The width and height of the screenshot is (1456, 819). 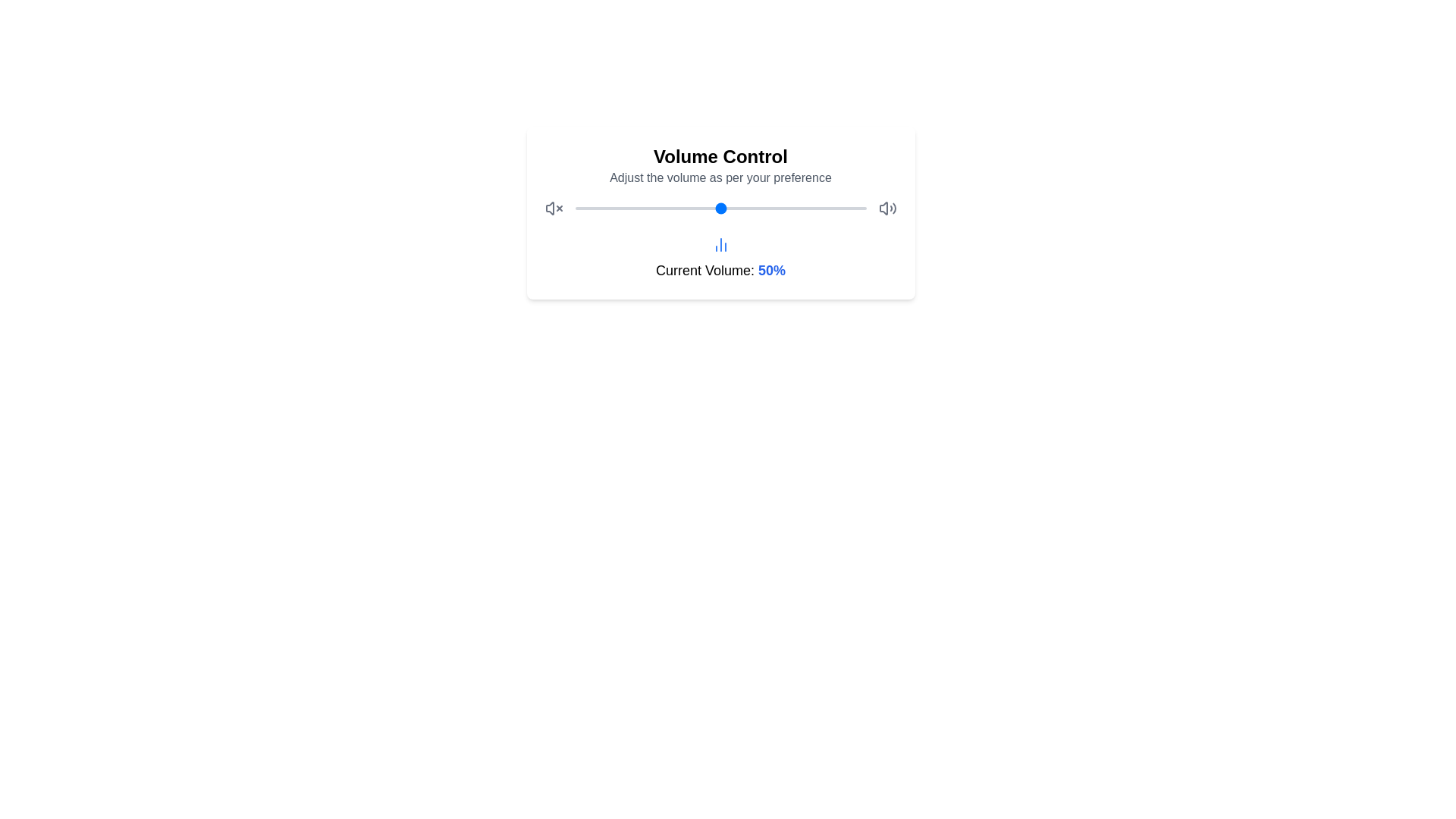 I want to click on the volume slider to set the volume to 28%, so click(x=657, y=208).